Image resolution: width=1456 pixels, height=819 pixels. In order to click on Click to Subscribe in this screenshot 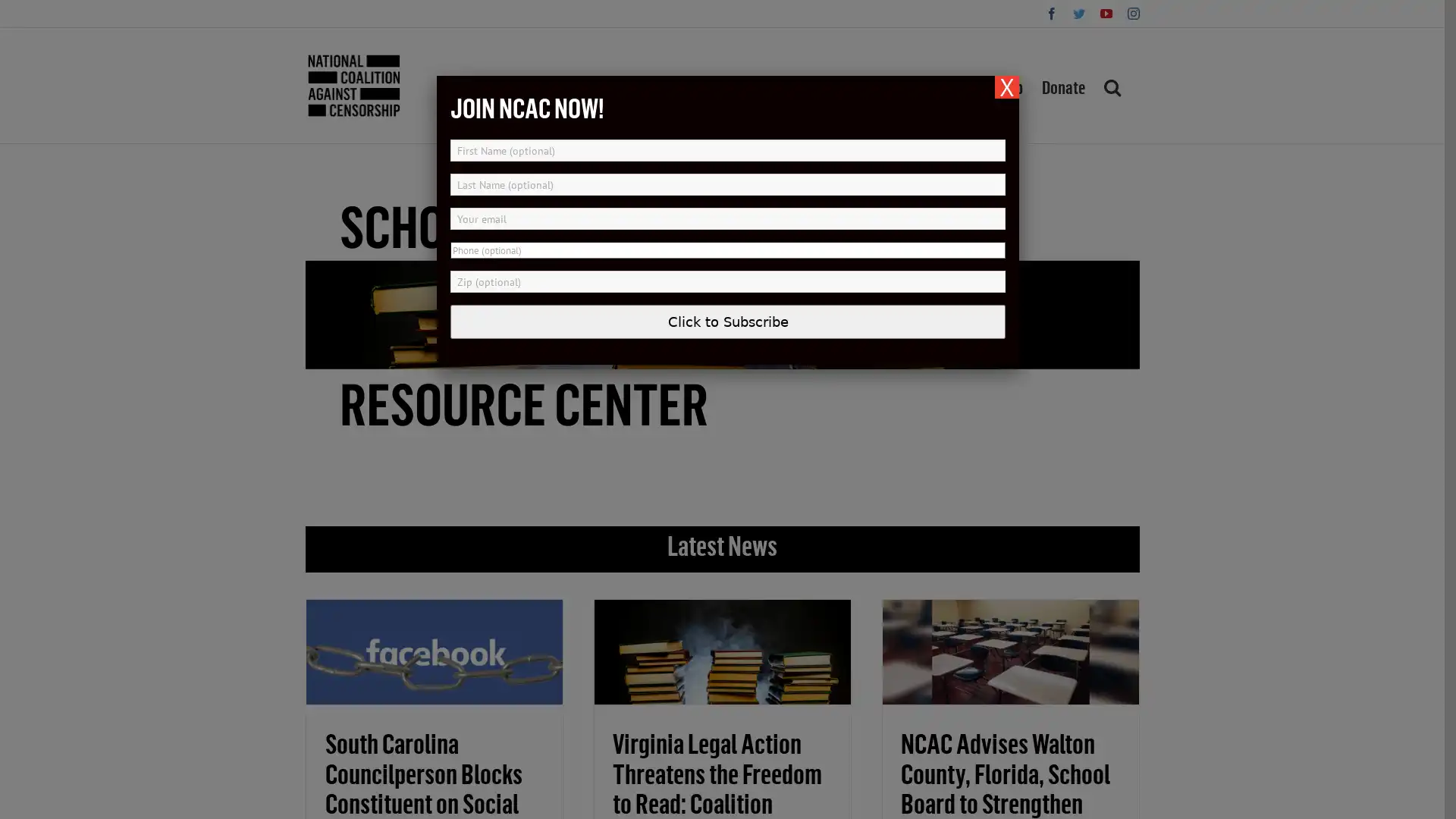, I will do `click(728, 321)`.